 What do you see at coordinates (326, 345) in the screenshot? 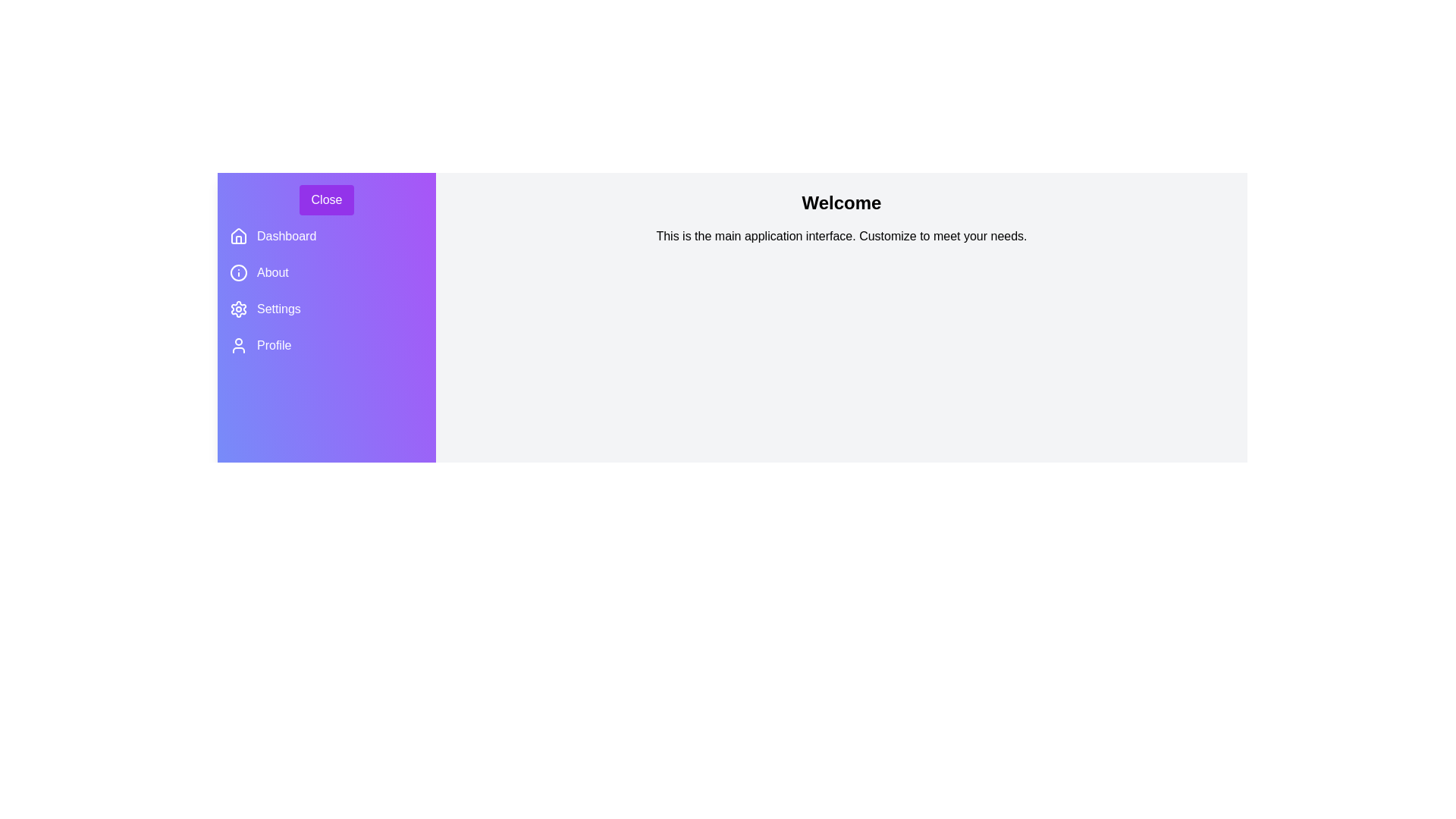
I see `the 'Profile' menu item` at bounding box center [326, 345].